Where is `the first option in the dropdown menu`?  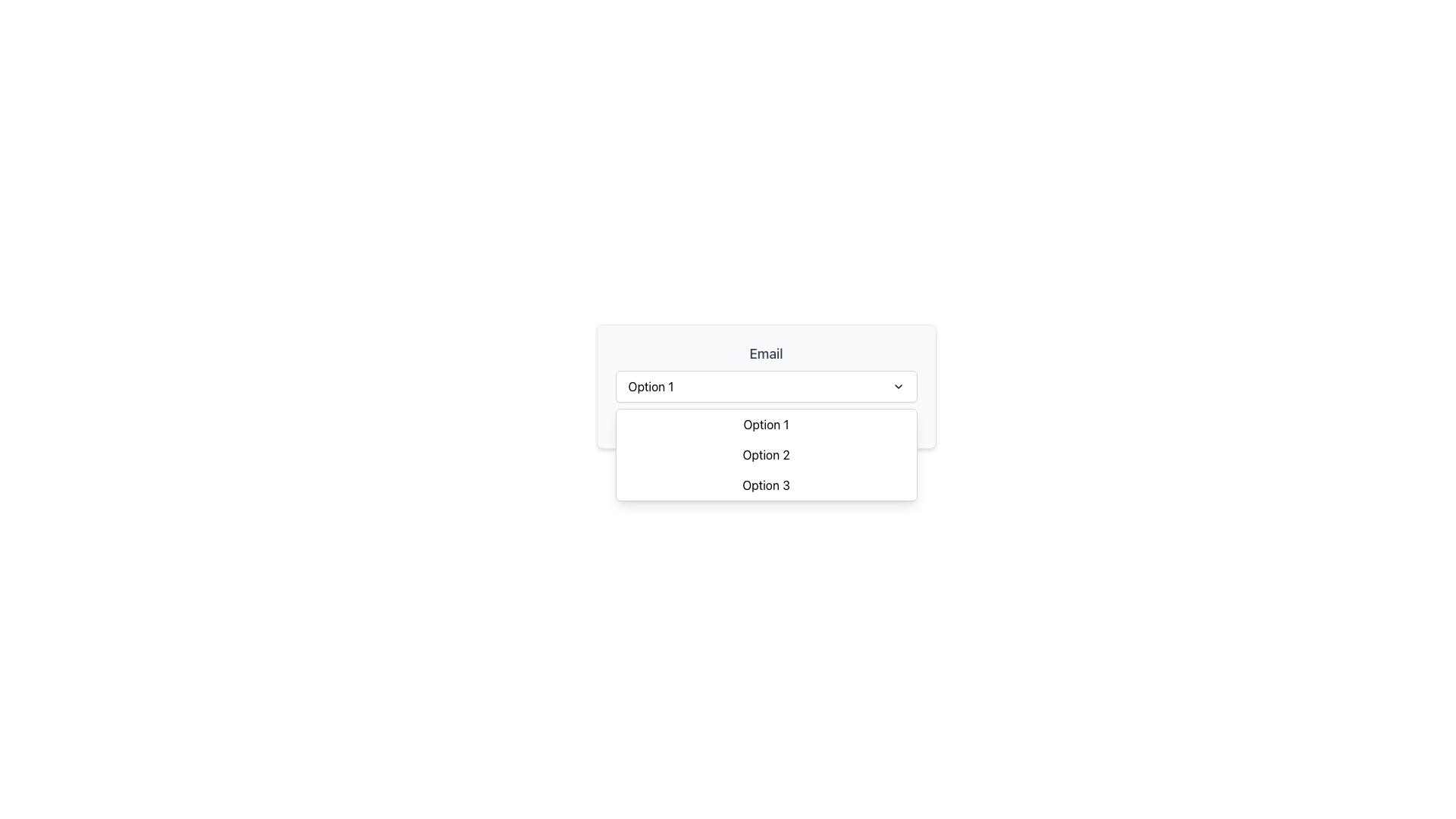
the first option in the dropdown menu is located at coordinates (766, 424).